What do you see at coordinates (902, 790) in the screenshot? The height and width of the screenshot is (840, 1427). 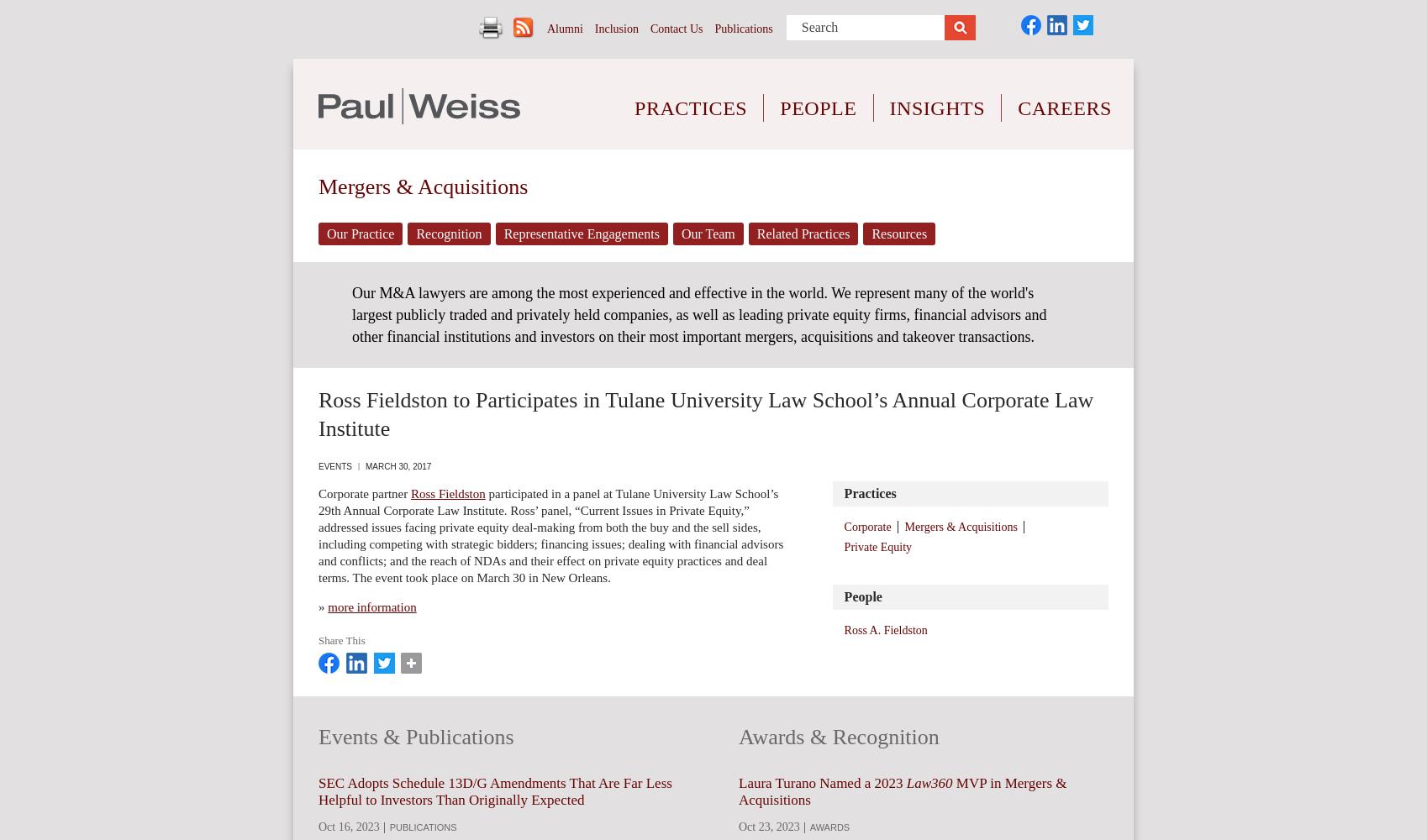 I see `'MVP in Mergers & Acquisitions'` at bounding box center [902, 790].